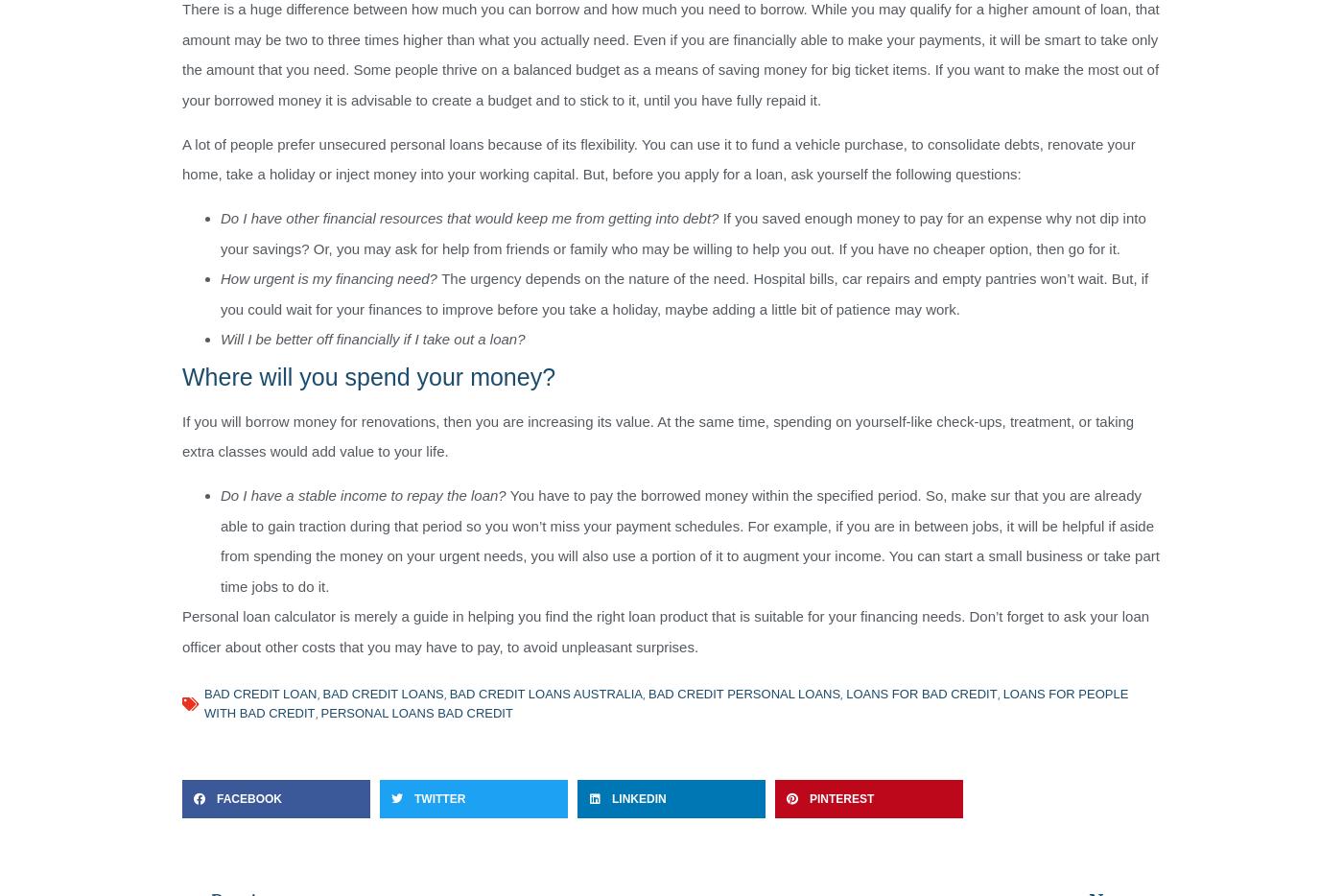 The height and width of the screenshot is (896, 1343). What do you see at coordinates (181, 158) in the screenshot?
I see `'A lot of people prefer unsecured personal loans because of its flexibility. You can use it to fund a vehicle purchase, to consolidate debts, renovate your home, take a holiday or inject money into your working capital. But, before you apply for a loan, ask yourself the following questions:'` at bounding box center [181, 158].